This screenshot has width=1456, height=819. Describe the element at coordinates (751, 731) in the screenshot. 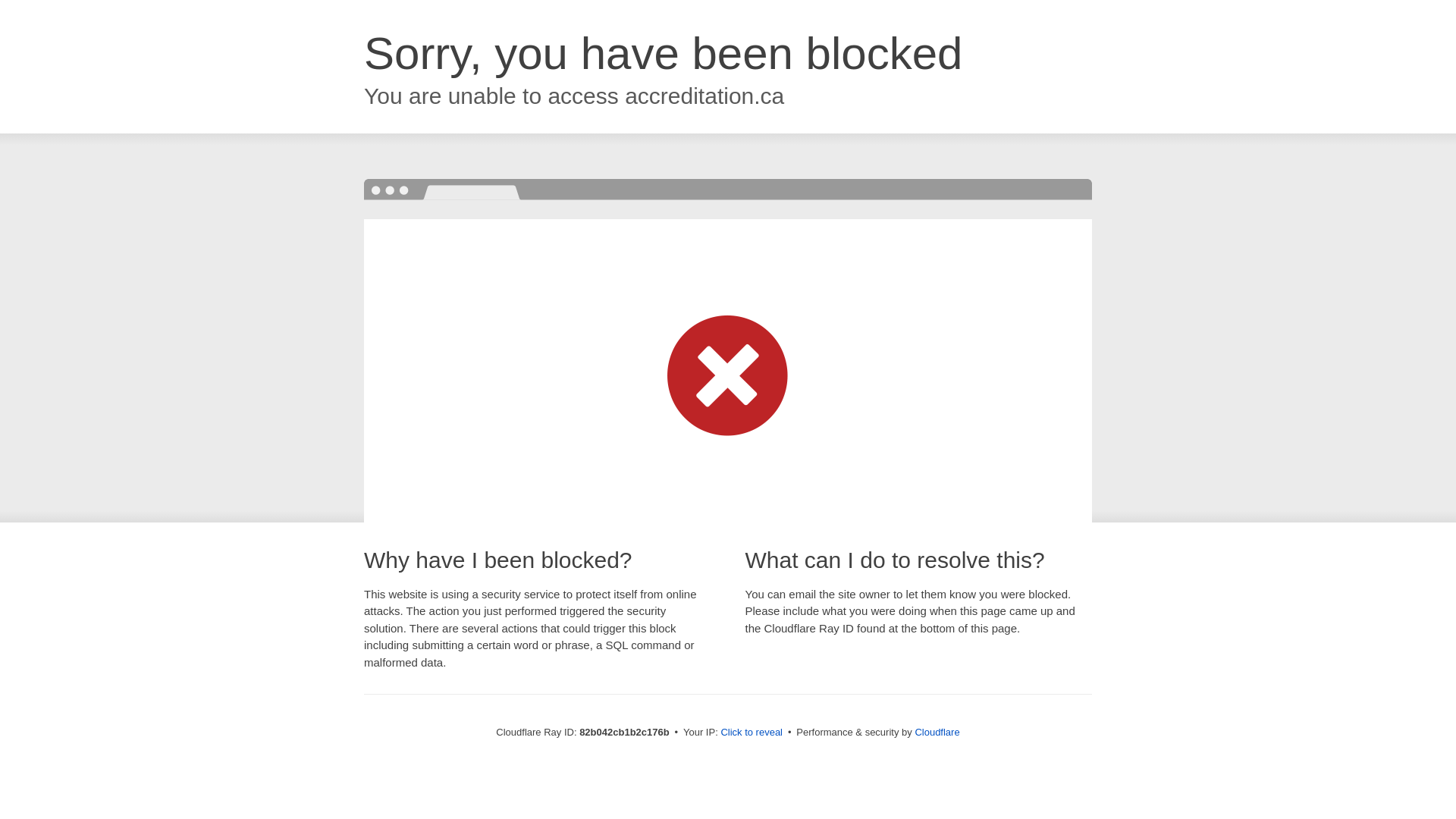

I see `'Click to reveal'` at that location.